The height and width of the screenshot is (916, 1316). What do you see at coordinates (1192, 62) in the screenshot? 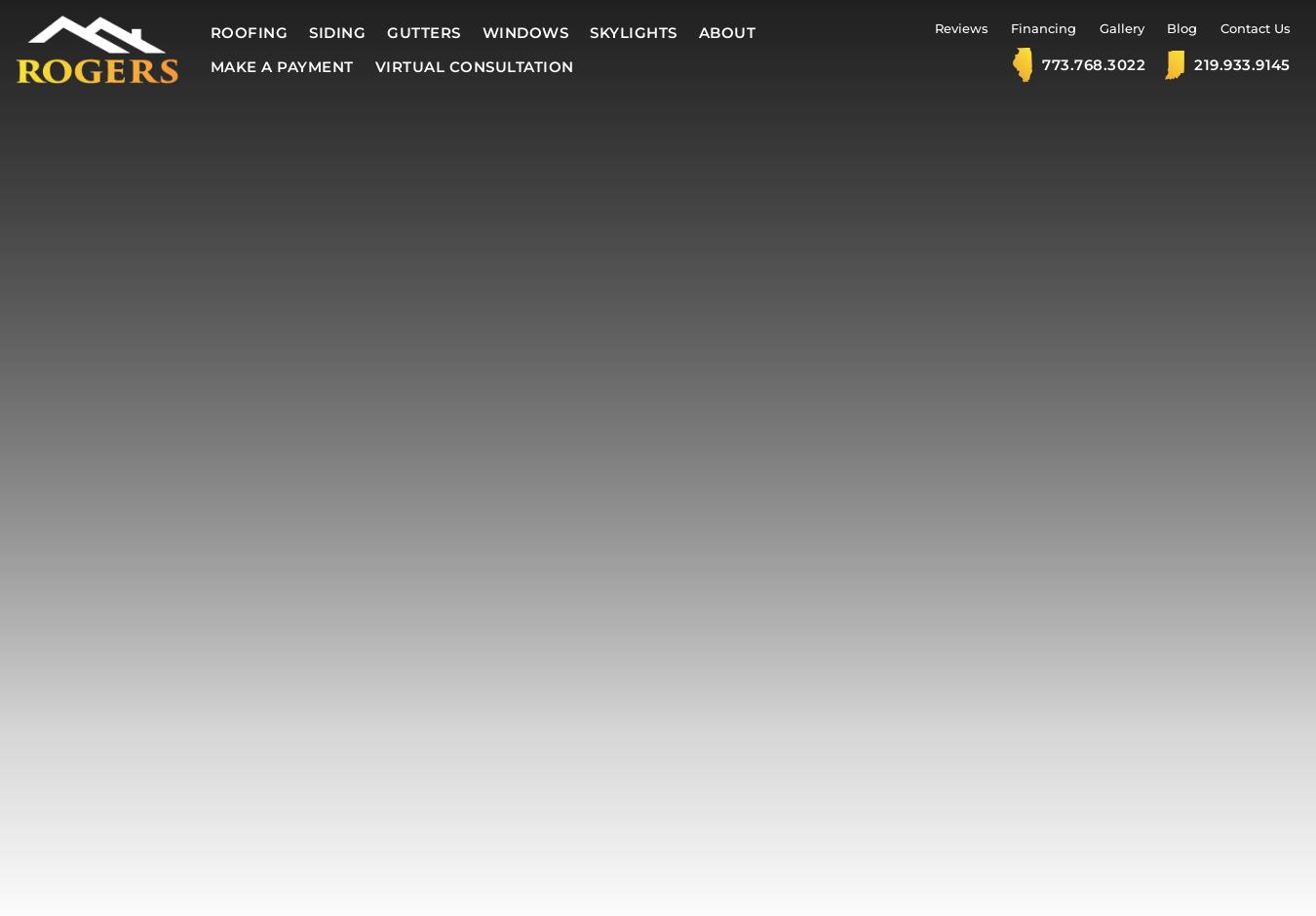
I see `'219.933.9145'` at bounding box center [1192, 62].